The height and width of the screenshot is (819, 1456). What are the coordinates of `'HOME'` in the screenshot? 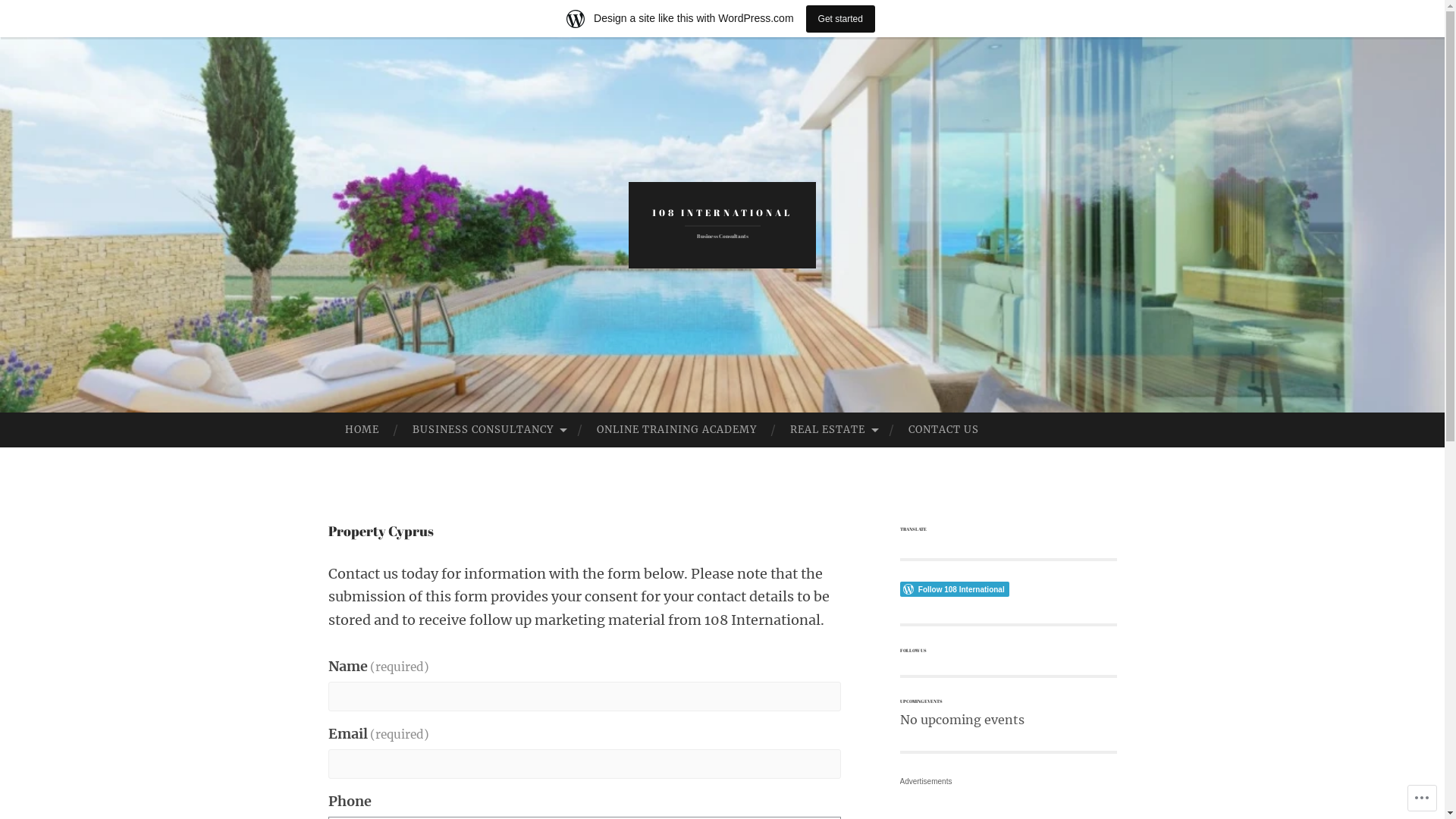 It's located at (327, 430).